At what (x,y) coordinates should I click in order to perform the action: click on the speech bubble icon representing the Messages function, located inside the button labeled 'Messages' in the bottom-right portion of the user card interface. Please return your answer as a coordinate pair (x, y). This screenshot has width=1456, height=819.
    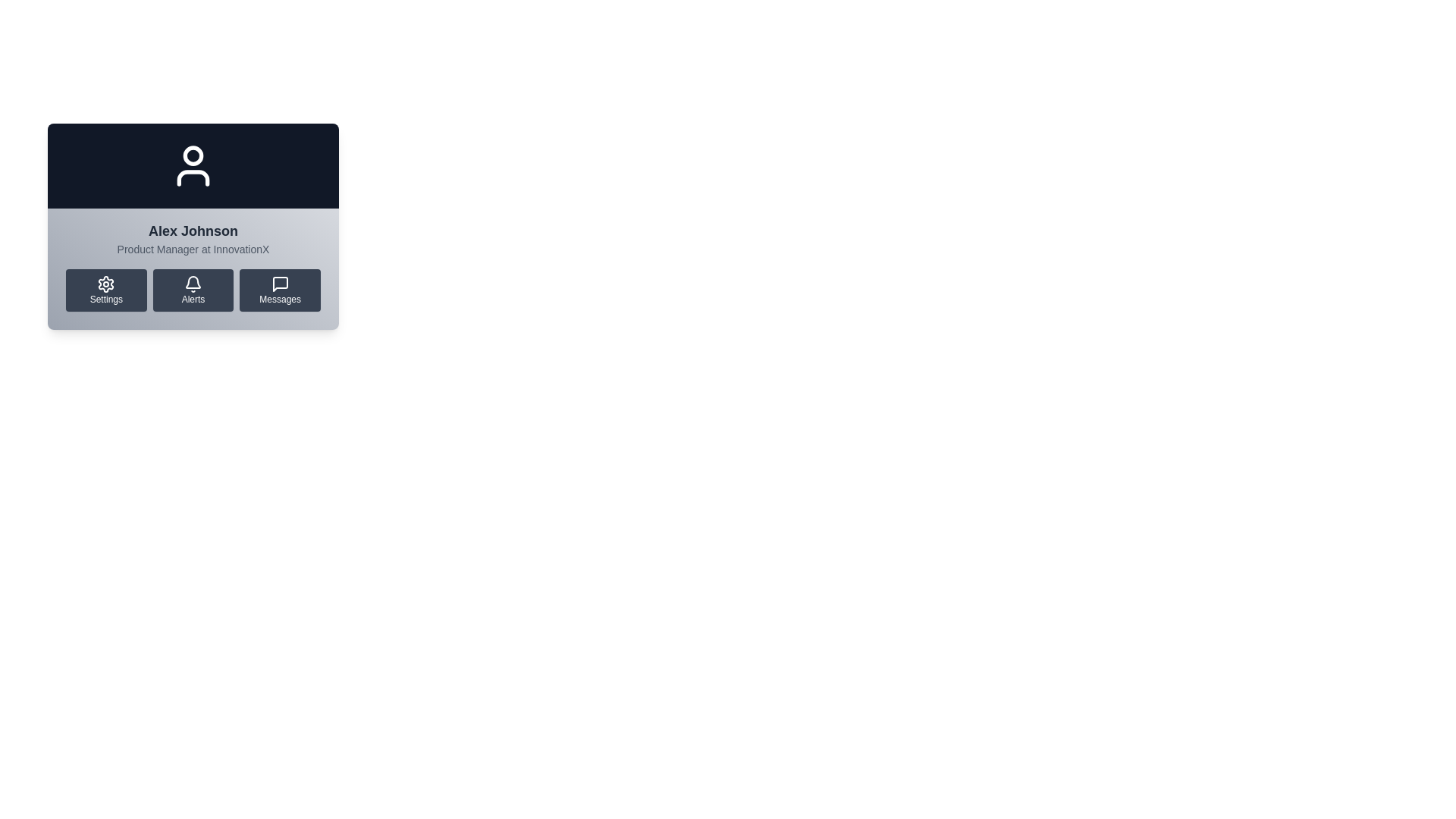
    Looking at the image, I should click on (280, 284).